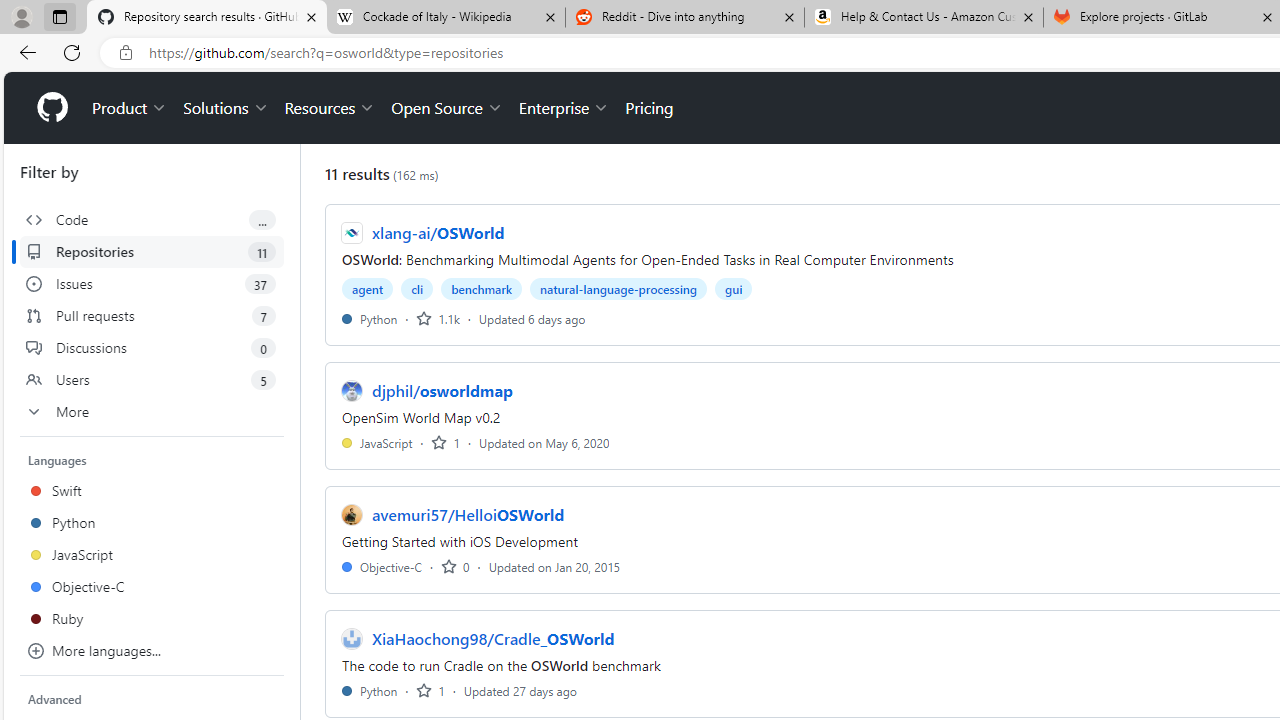  Describe the element at coordinates (429, 689) in the screenshot. I see `'1 stars'` at that location.